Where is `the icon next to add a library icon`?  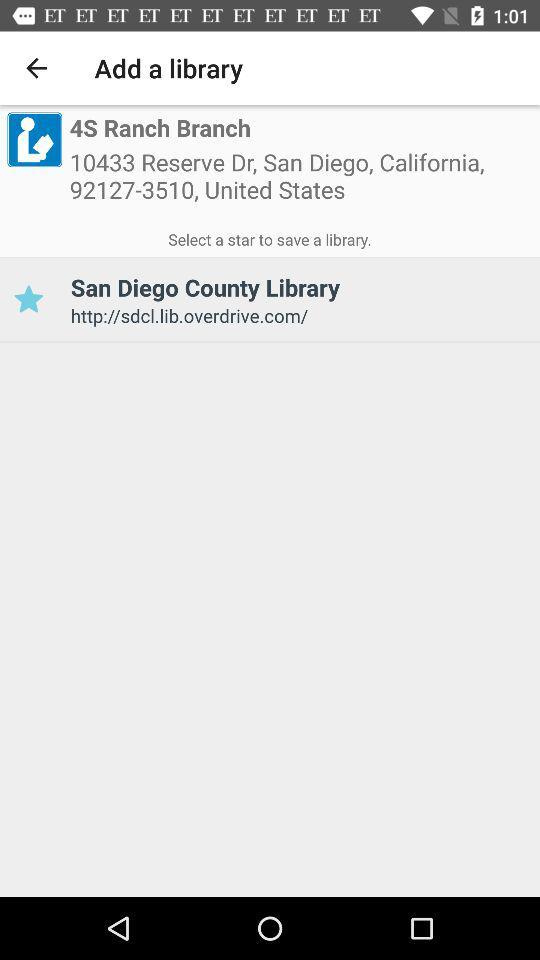 the icon next to add a library icon is located at coordinates (36, 68).